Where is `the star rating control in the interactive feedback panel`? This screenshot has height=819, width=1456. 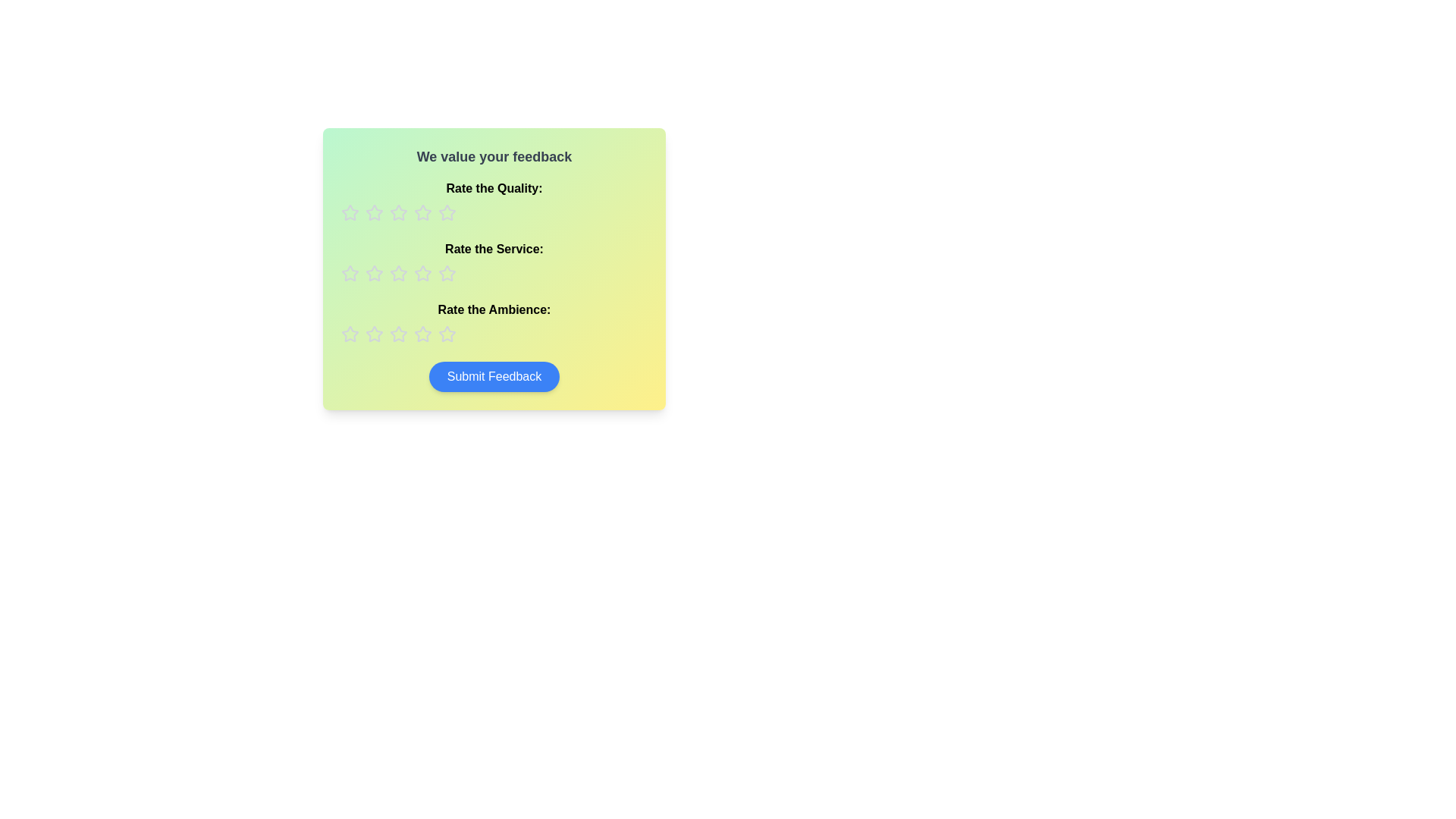
the star rating control in the interactive feedback panel is located at coordinates (494, 268).